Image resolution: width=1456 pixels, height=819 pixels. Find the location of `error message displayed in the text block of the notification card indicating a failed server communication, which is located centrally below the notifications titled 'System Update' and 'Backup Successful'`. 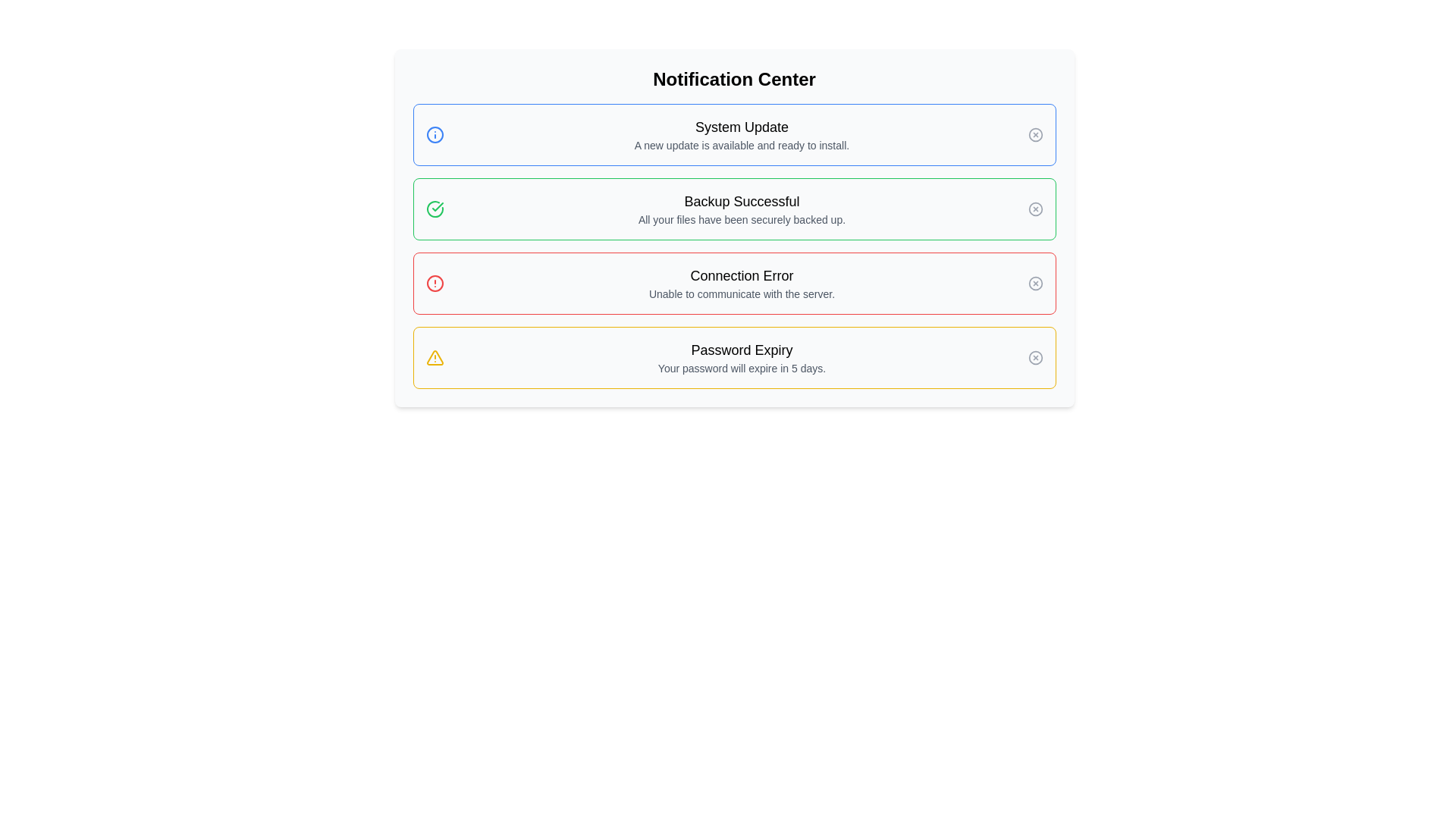

error message displayed in the text block of the notification card indicating a failed server communication, which is located centrally below the notifications titled 'System Update' and 'Backup Successful' is located at coordinates (742, 284).